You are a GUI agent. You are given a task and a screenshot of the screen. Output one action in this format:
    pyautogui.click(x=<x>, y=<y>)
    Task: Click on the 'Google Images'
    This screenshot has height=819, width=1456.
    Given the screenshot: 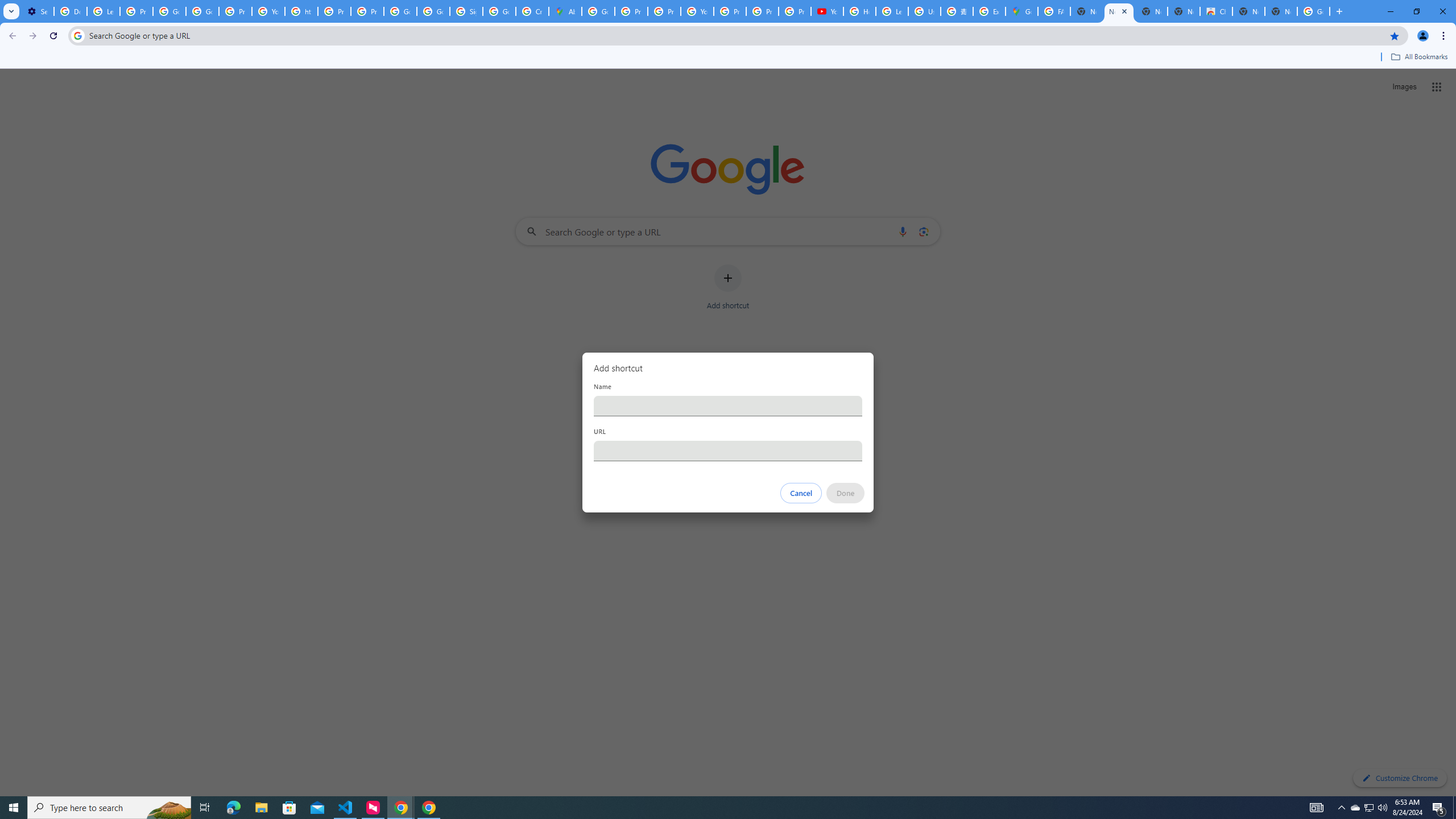 What is the action you would take?
    pyautogui.click(x=1314, y=11)
    